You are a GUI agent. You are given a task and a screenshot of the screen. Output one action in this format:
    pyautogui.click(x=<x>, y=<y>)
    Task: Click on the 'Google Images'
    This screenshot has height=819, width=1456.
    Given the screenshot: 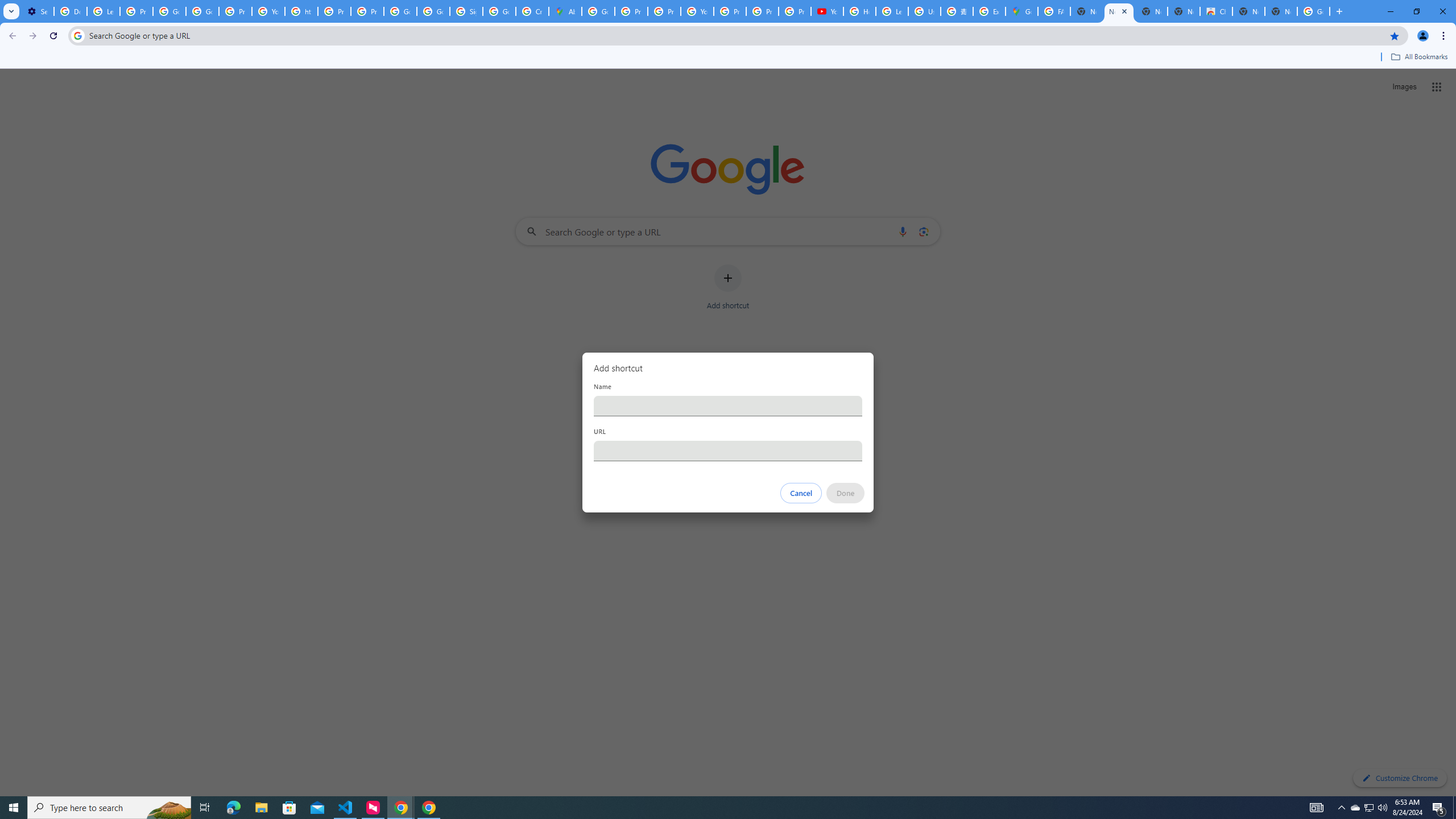 What is the action you would take?
    pyautogui.click(x=1314, y=11)
    